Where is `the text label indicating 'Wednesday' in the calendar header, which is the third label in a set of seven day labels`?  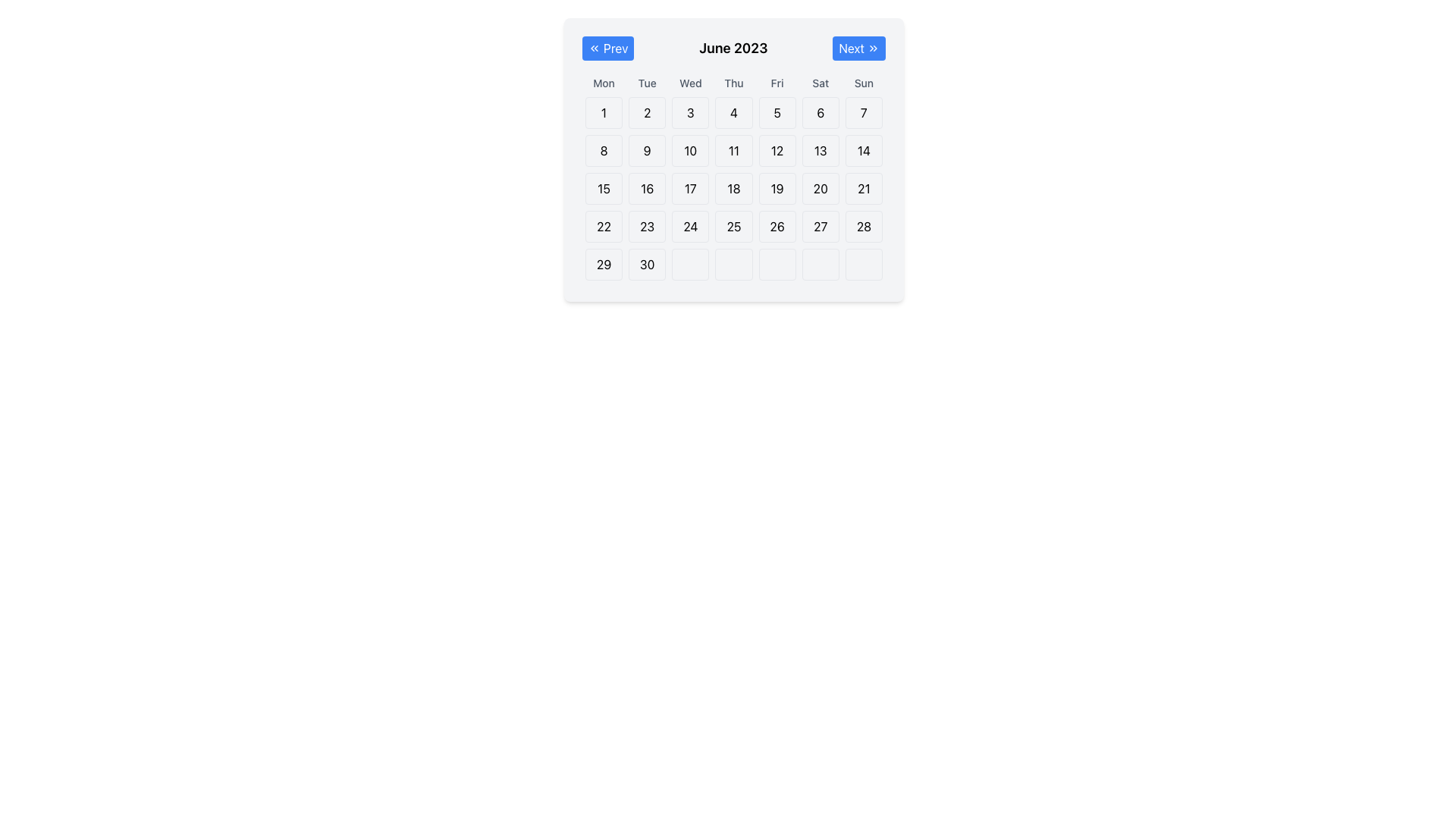 the text label indicating 'Wednesday' in the calendar header, which is the third label in a set of seven day labels is located at coordinates (689, 83).